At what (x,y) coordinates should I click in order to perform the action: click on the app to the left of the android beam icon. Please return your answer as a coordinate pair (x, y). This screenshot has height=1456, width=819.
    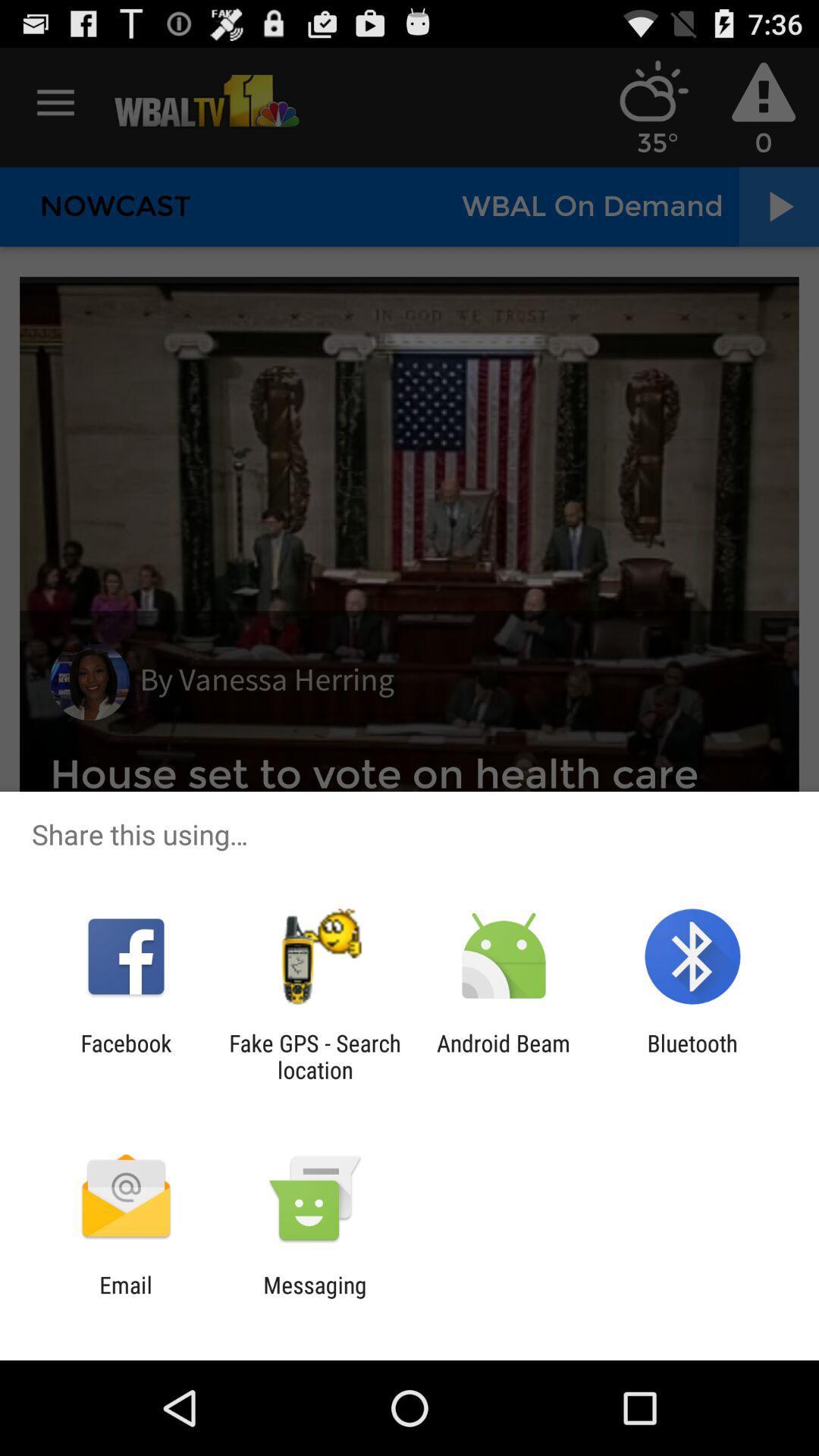
    Looking at the image, I should click on (314, 1056).